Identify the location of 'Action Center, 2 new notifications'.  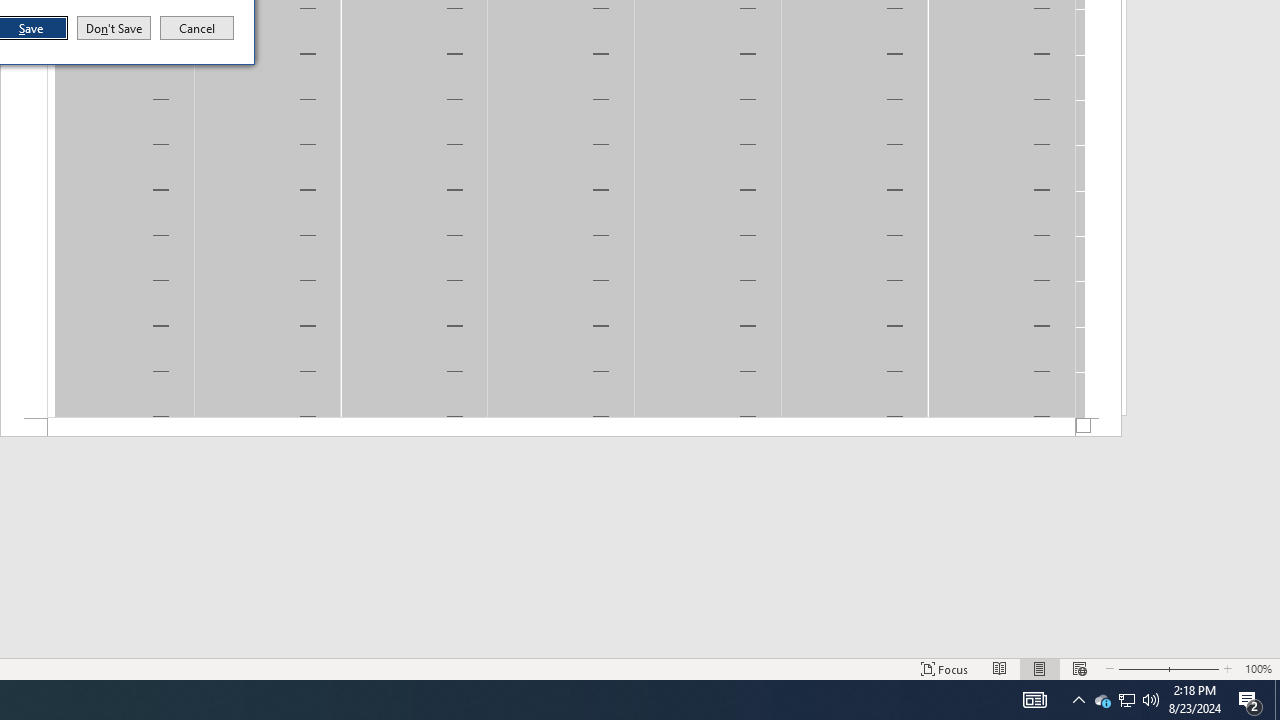
(1250, 698).